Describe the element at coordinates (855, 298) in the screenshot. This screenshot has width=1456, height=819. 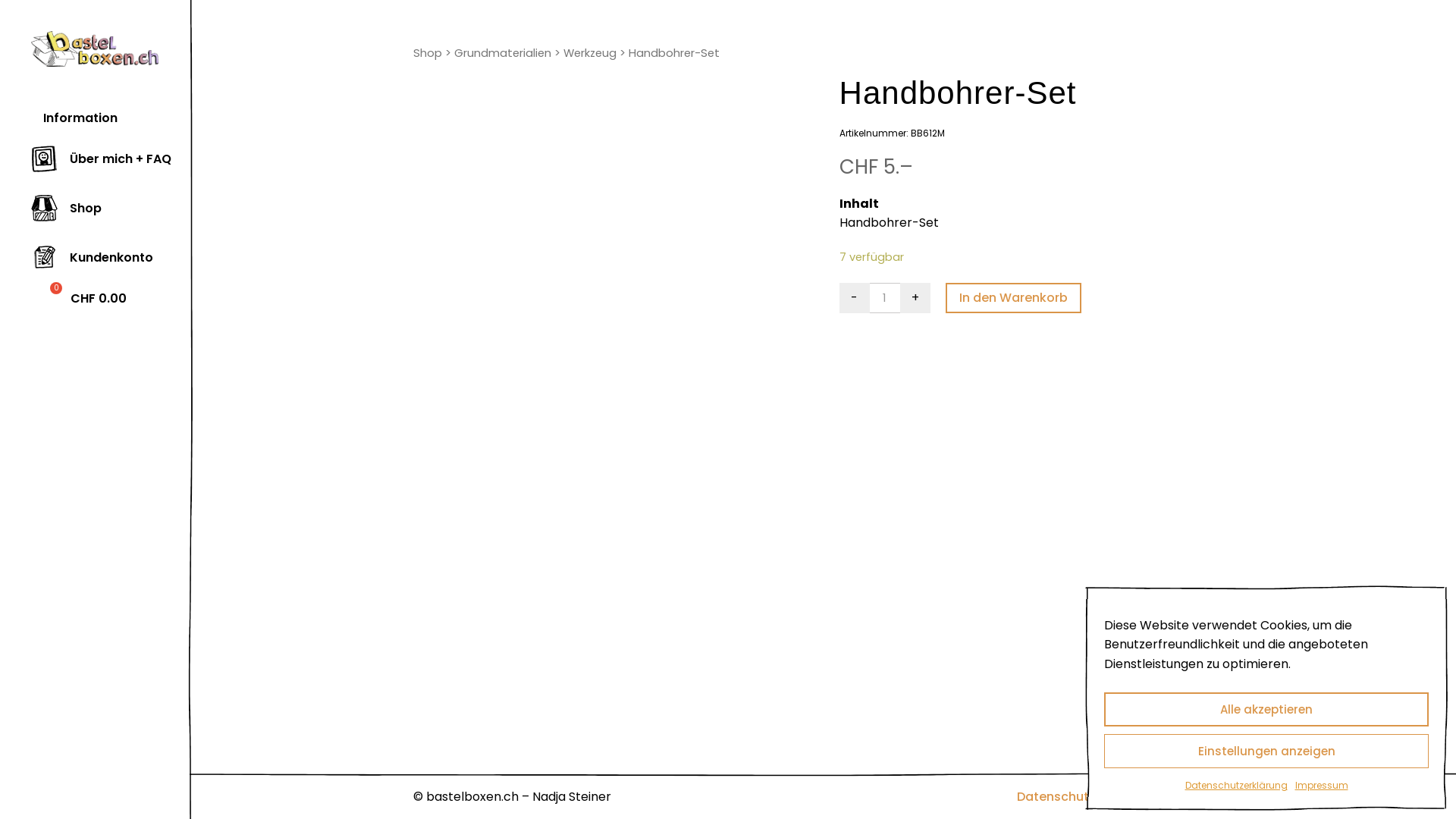
I see `'-'` at that location.